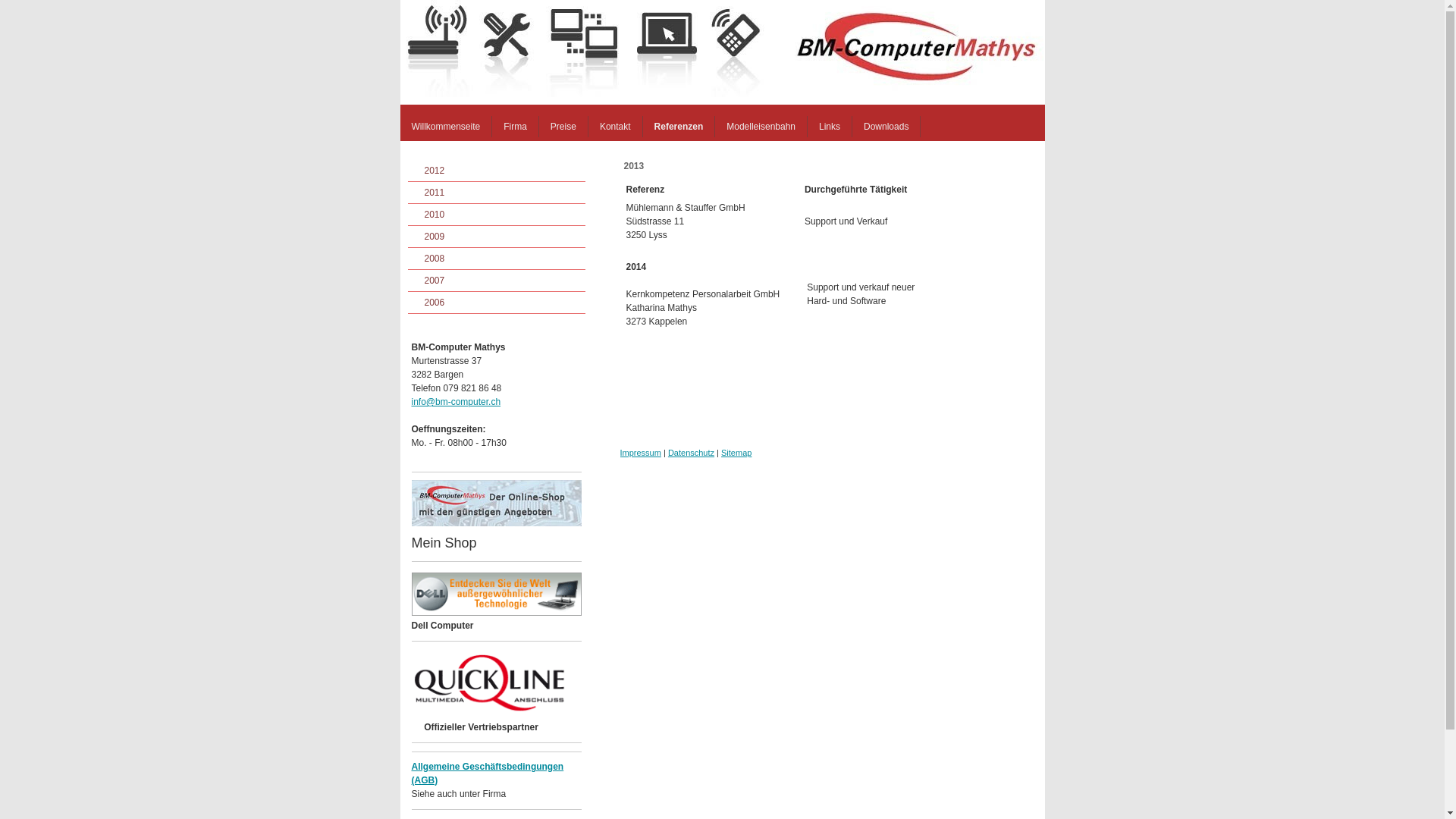  I want to click on '2006', so click(496, 303).